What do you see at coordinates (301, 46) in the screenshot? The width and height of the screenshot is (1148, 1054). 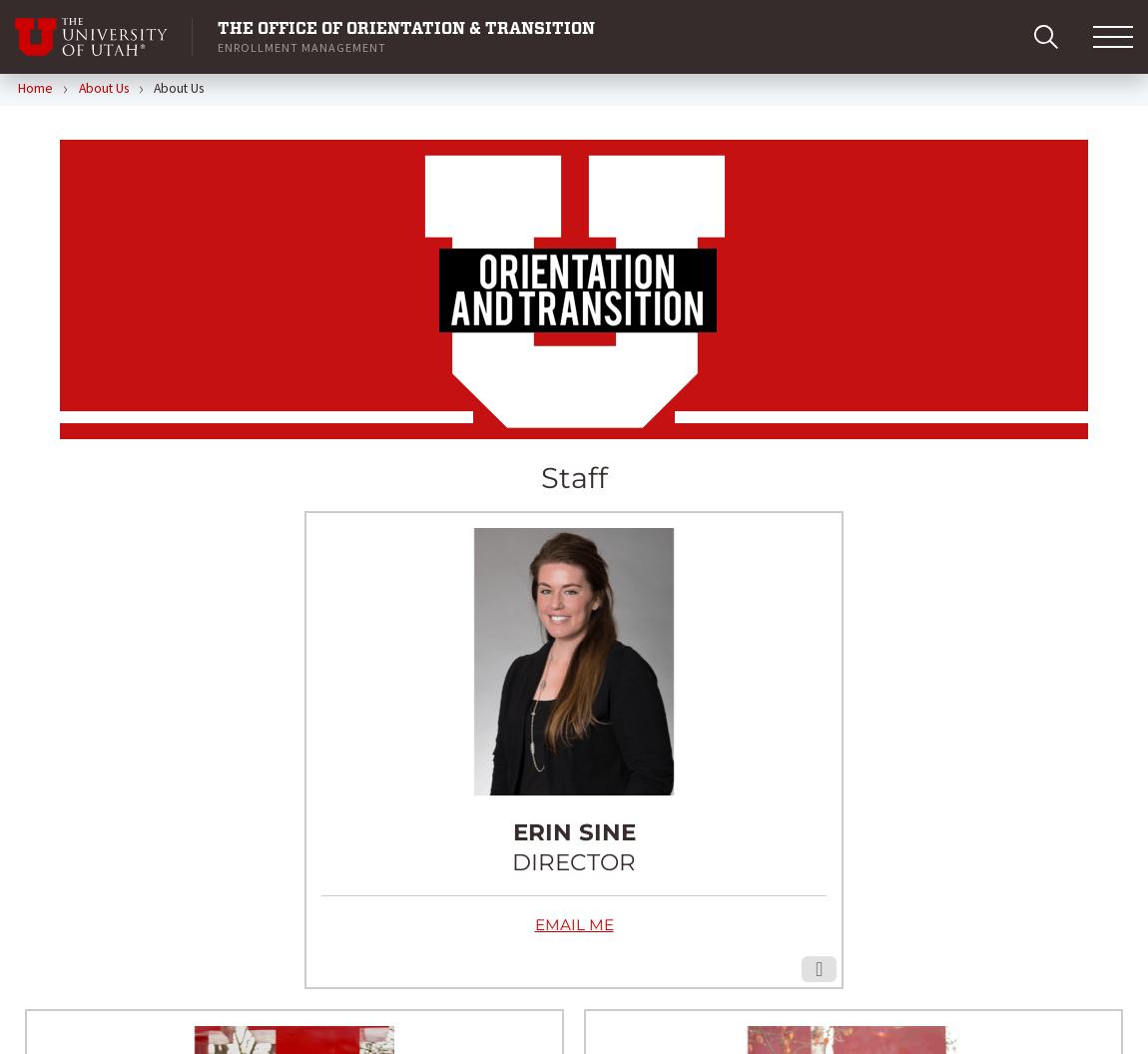 I see `'Enrollment Management'` at bounding box center [301, 46].